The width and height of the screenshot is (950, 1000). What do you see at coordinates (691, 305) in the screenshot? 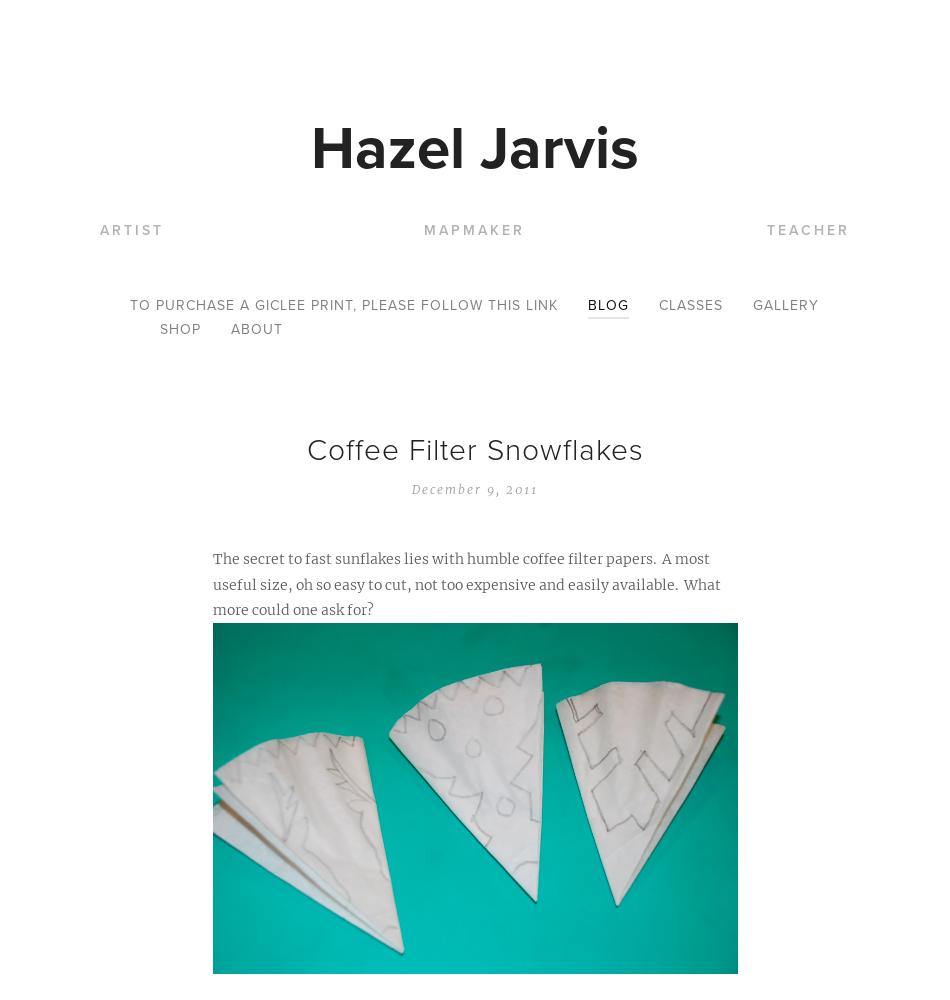
I see `'Classes'` at bounding box center [691, 305].